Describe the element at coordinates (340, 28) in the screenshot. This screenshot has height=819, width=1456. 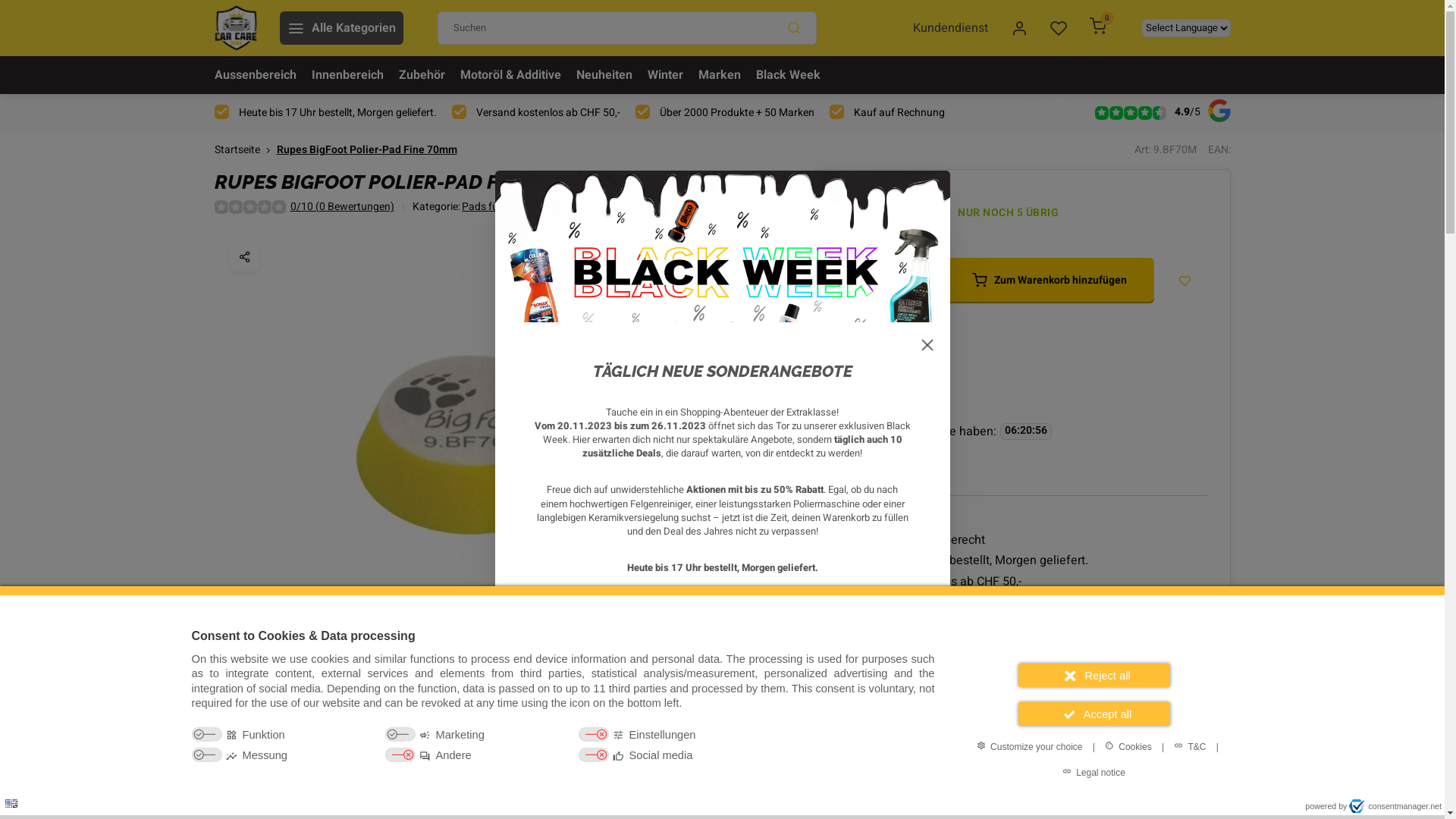
I see `'Alle Kategorien'` at that location.